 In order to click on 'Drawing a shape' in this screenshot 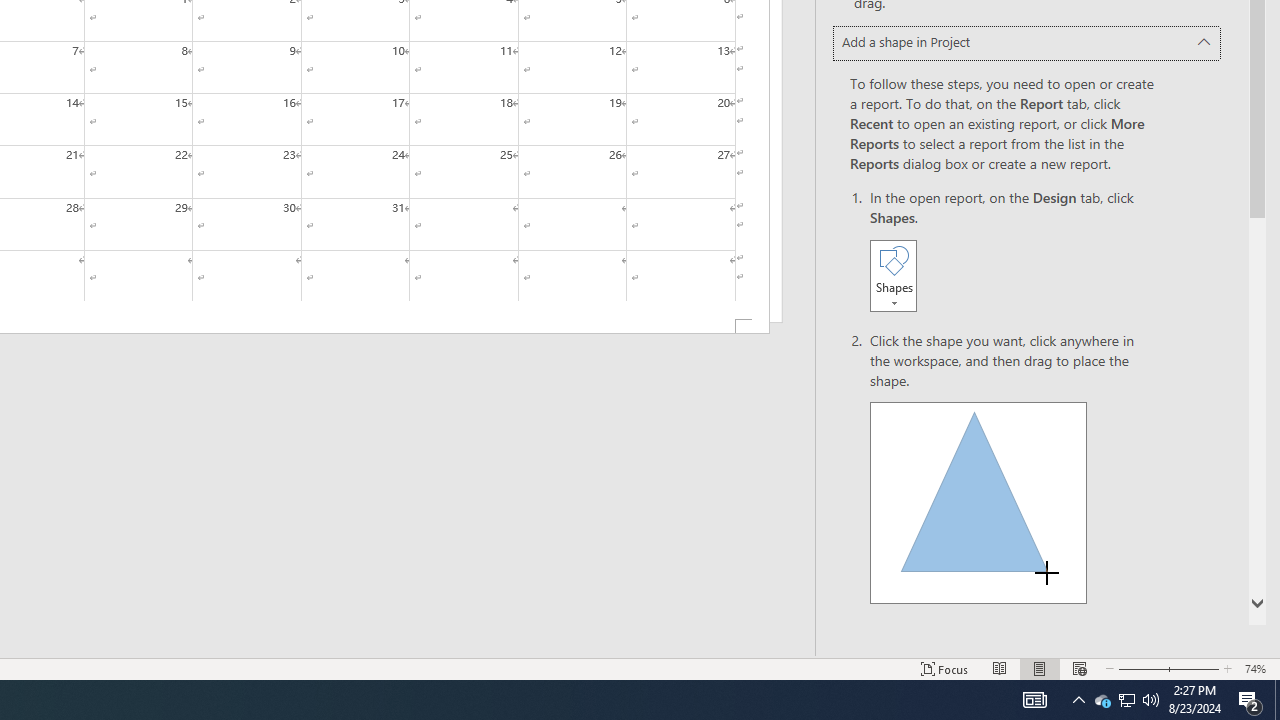, I will do `click(978, 501)`.